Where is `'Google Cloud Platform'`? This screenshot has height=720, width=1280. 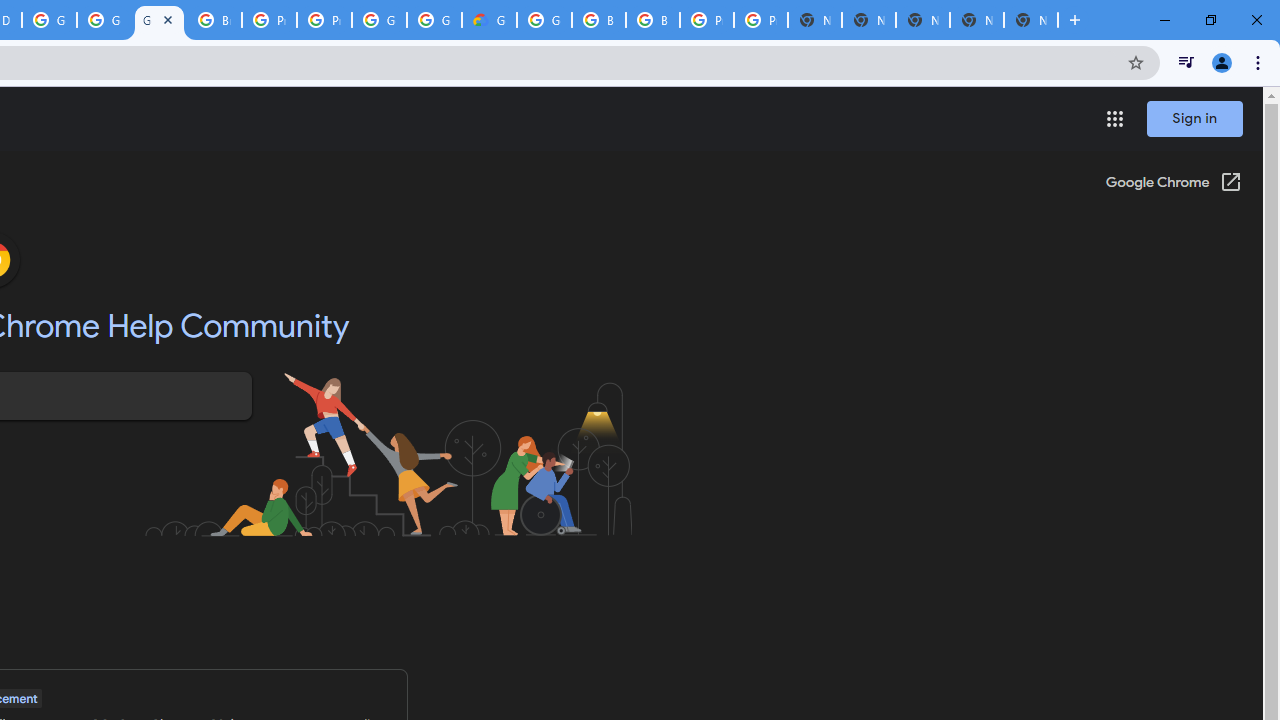 'Google Cloud Platform' is located at coordinates (49, 20).